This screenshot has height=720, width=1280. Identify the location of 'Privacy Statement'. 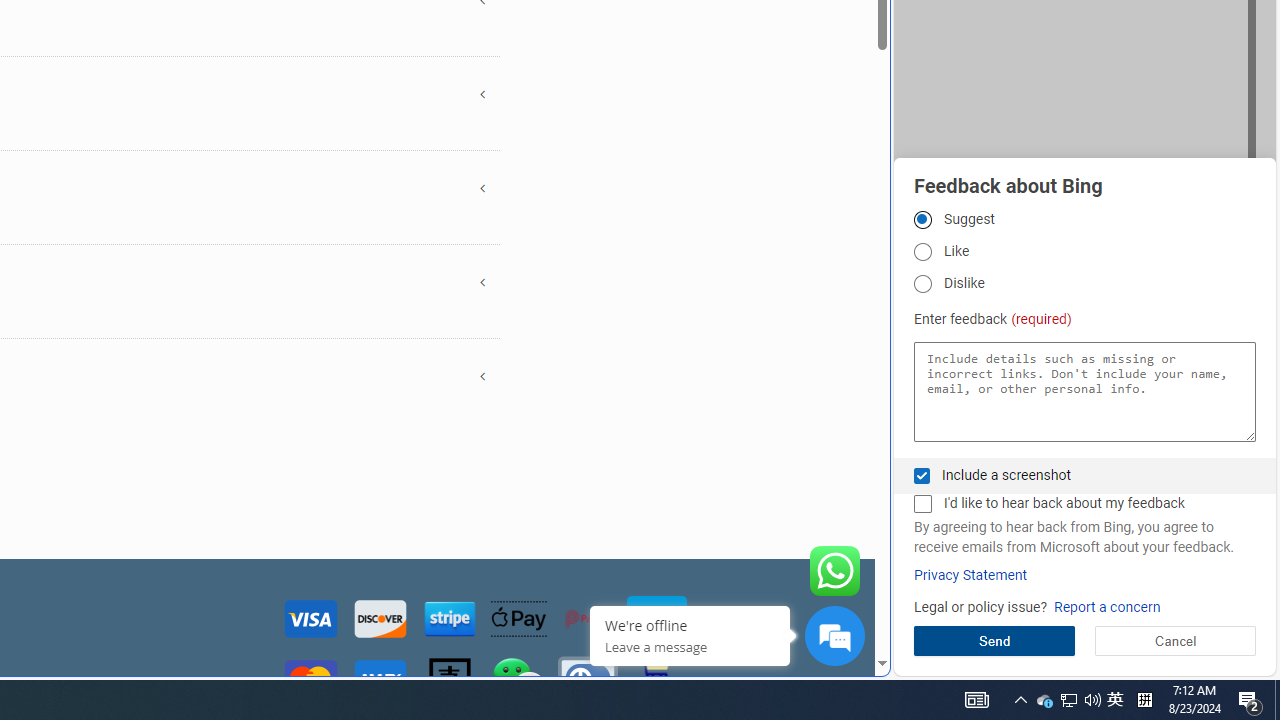
(970, 575).